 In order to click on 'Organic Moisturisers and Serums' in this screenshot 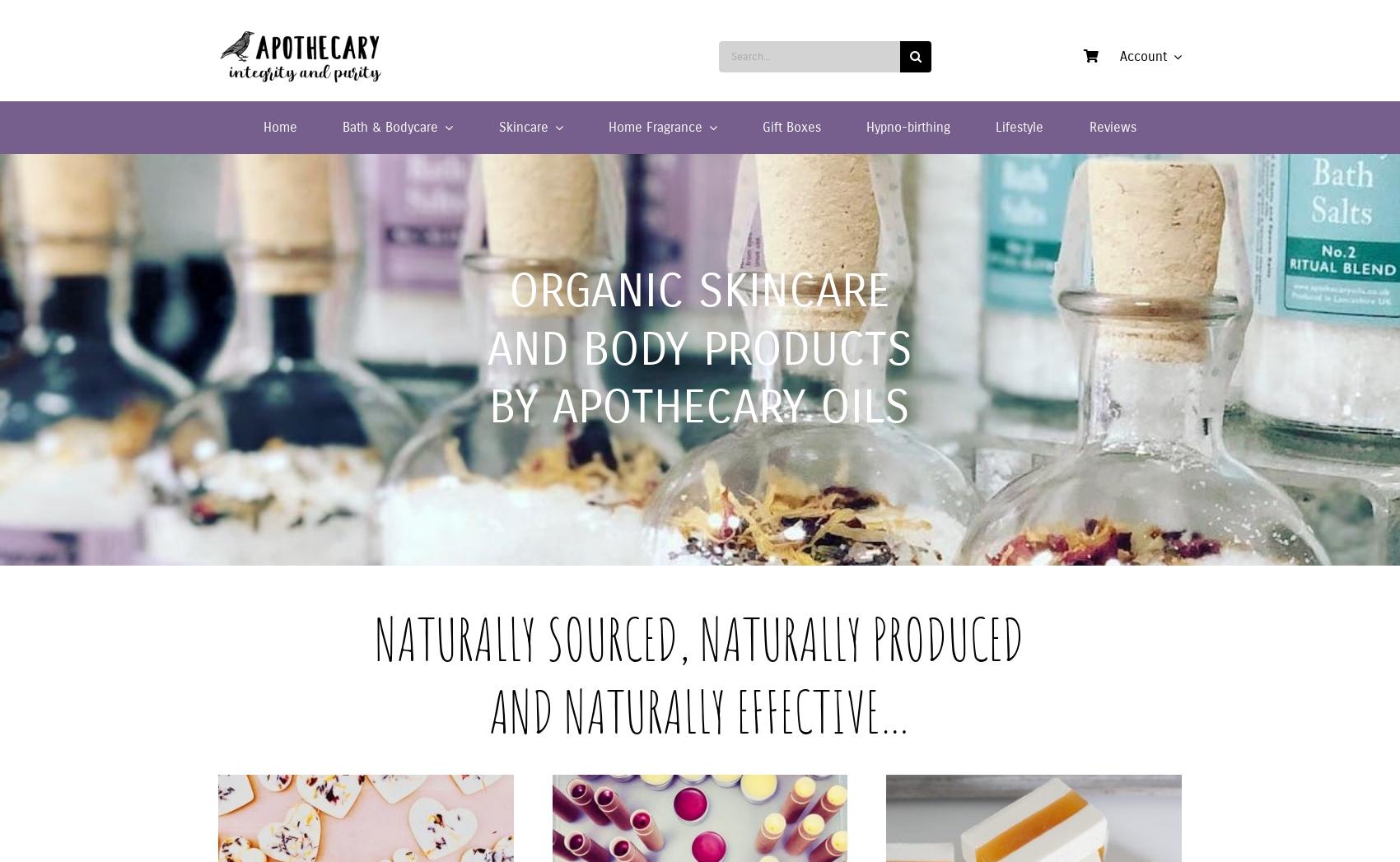, I will do `click(596, 173)`.